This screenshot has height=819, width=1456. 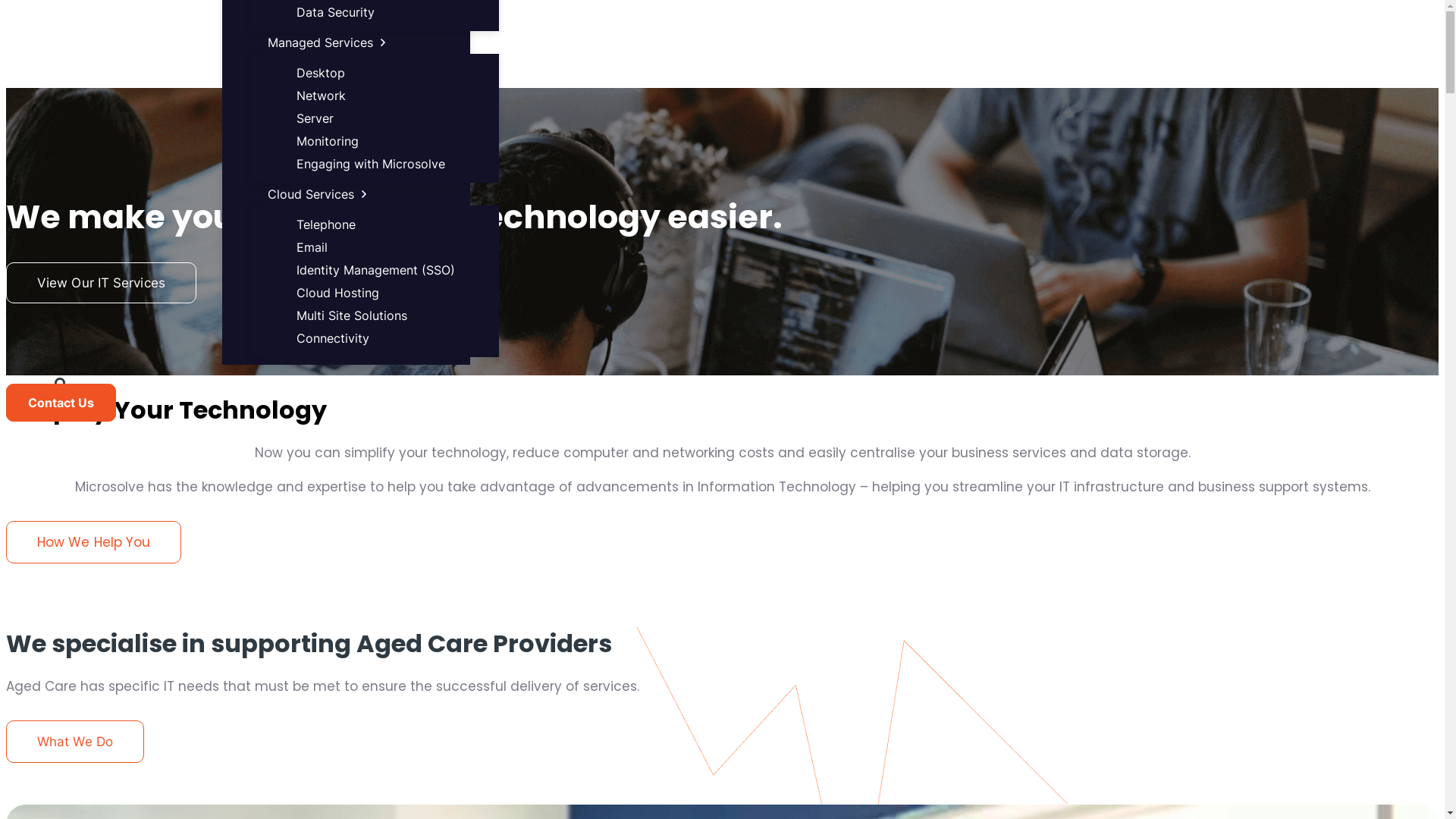 I want to click on 'Engaging with Microsolve', so click(x=371, y=164).